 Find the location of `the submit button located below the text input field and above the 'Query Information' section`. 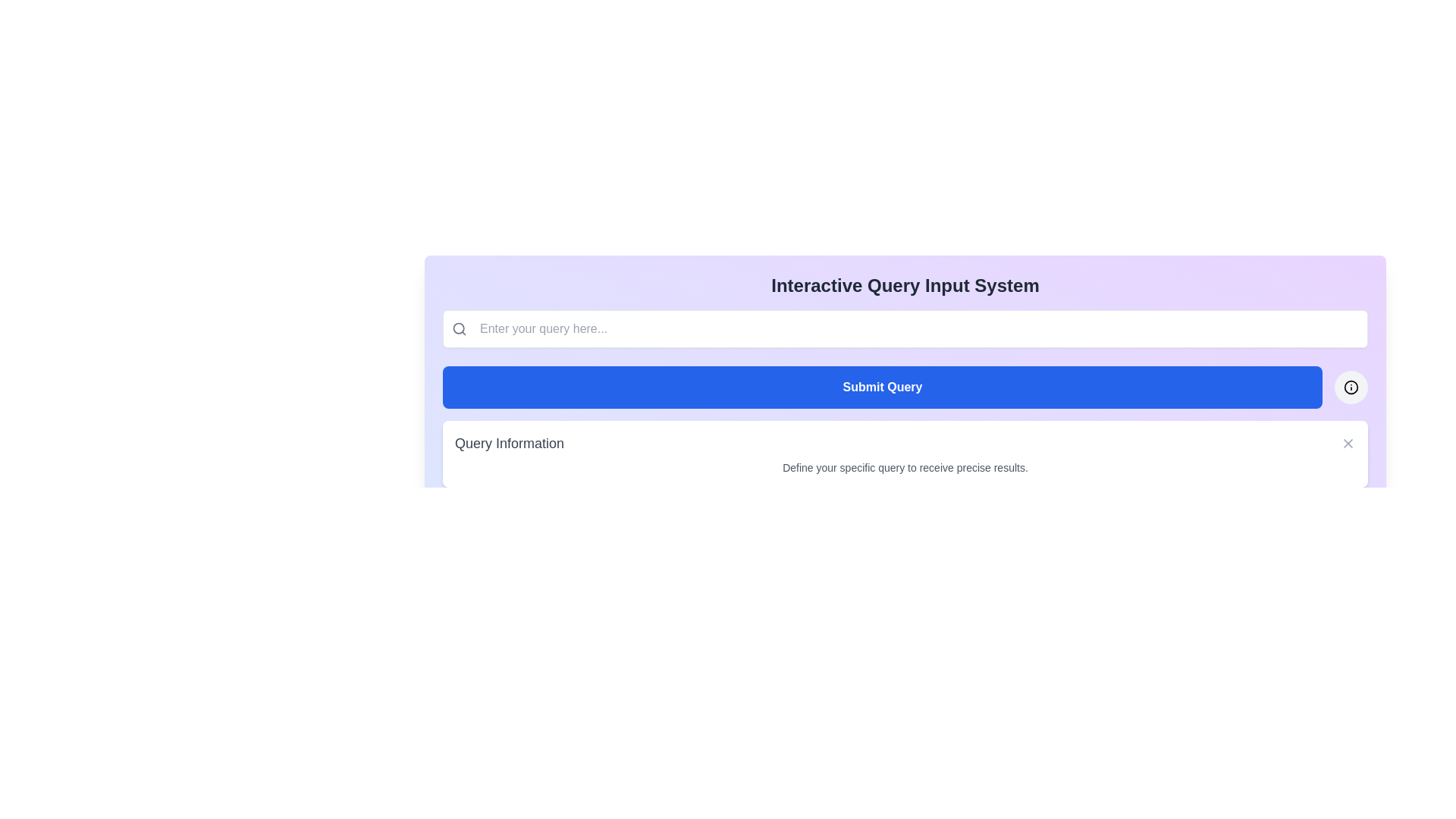

the submit button located below the text input field and above the 'Query Information' section is located at coordinates (905, 386).